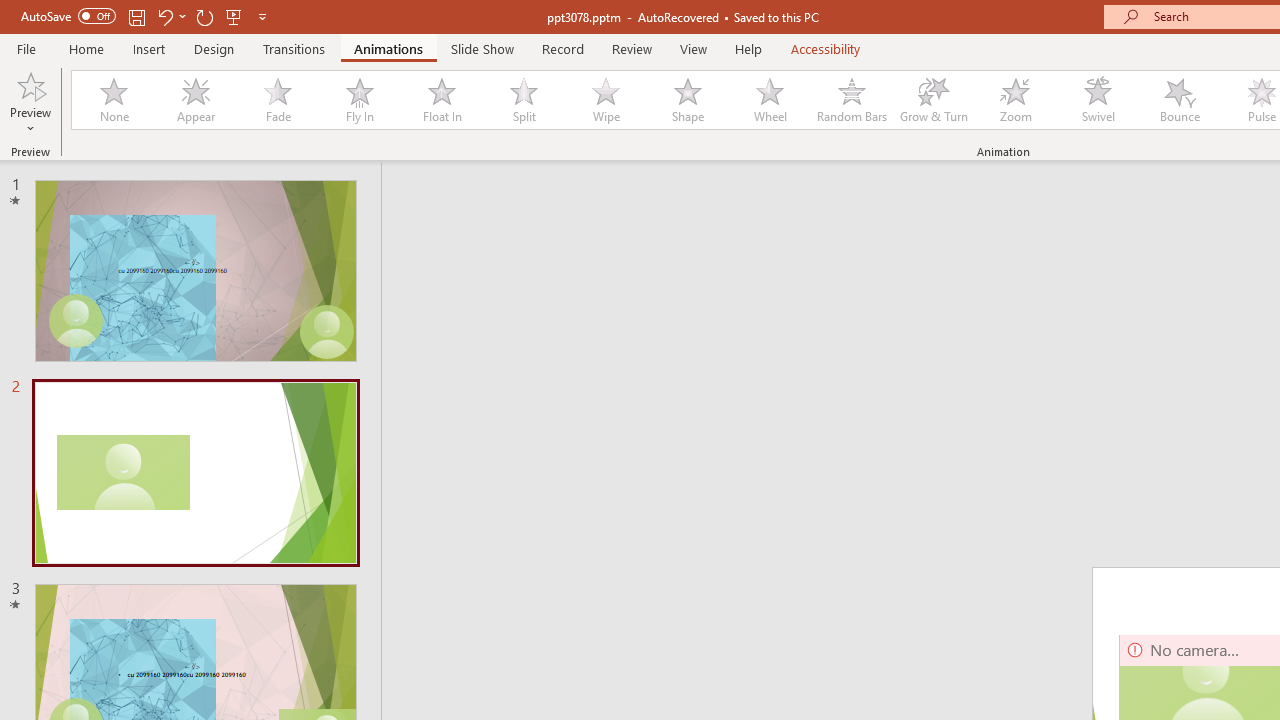  What do you see at coordinates (1016, 100) in the screenshot?
I see `'Zoom'` at bounding box center [1016, 100].